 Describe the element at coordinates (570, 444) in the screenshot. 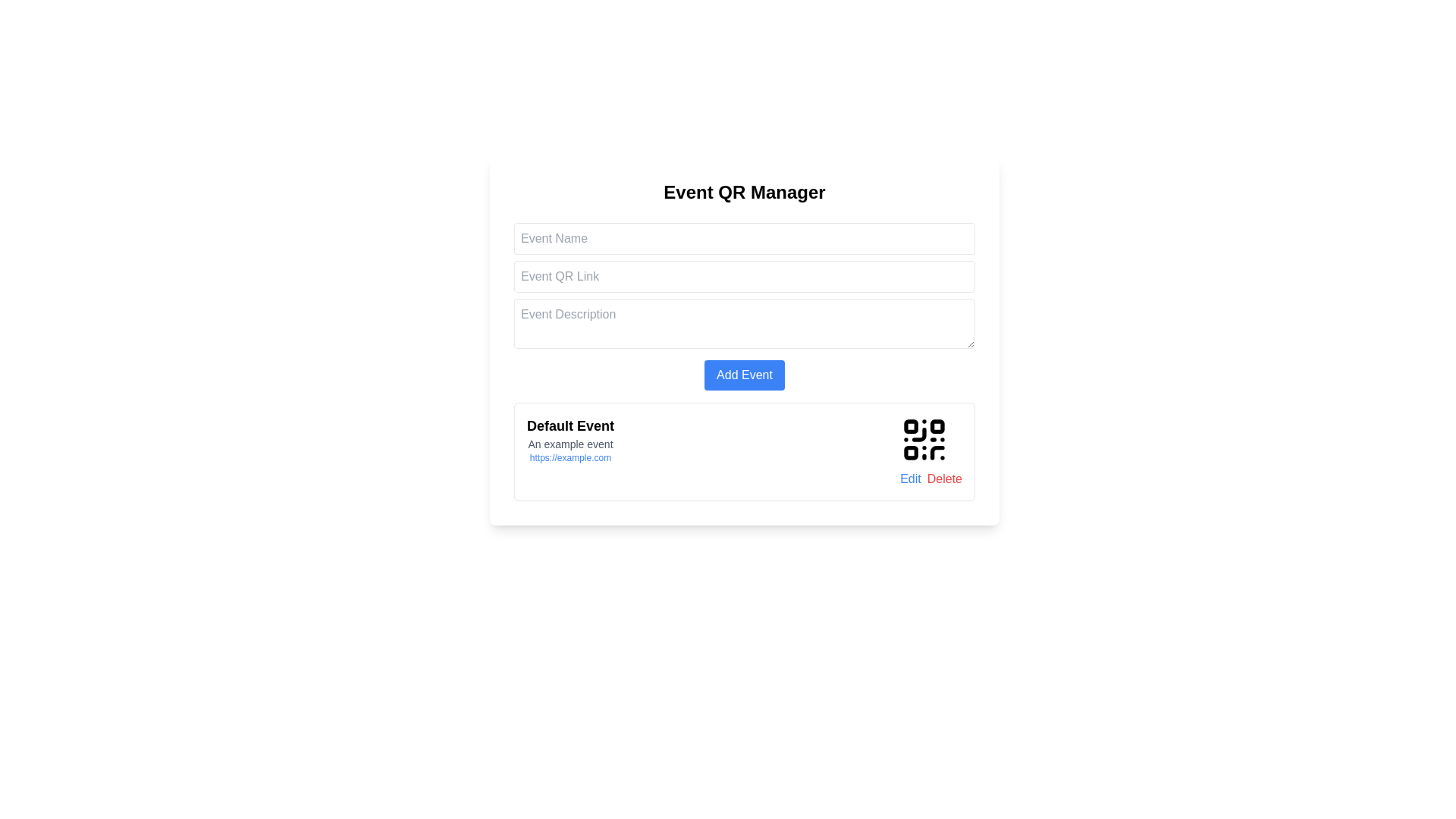

I see `the label element providing additional descriptive detail related to the 'Default Event' text in the event card section` at that location.